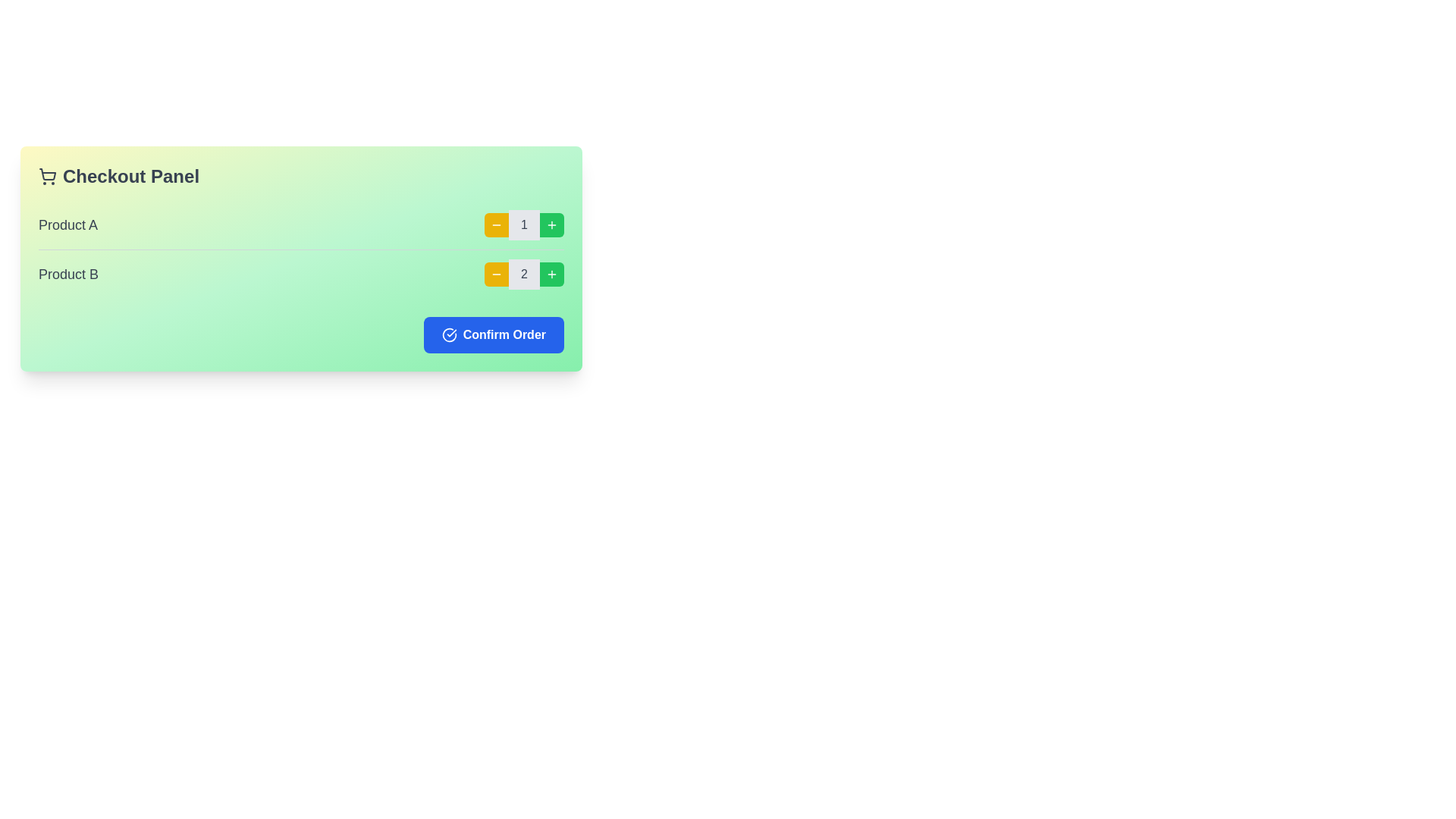 This screenshot has height=819, width=1456. Describe the element at coordinates (67, 275) in the screenshot. I see `the text label identifying 'Product B' in the checkout interface, which serves to clarify the item associated with the row's controls and actions` at that location.